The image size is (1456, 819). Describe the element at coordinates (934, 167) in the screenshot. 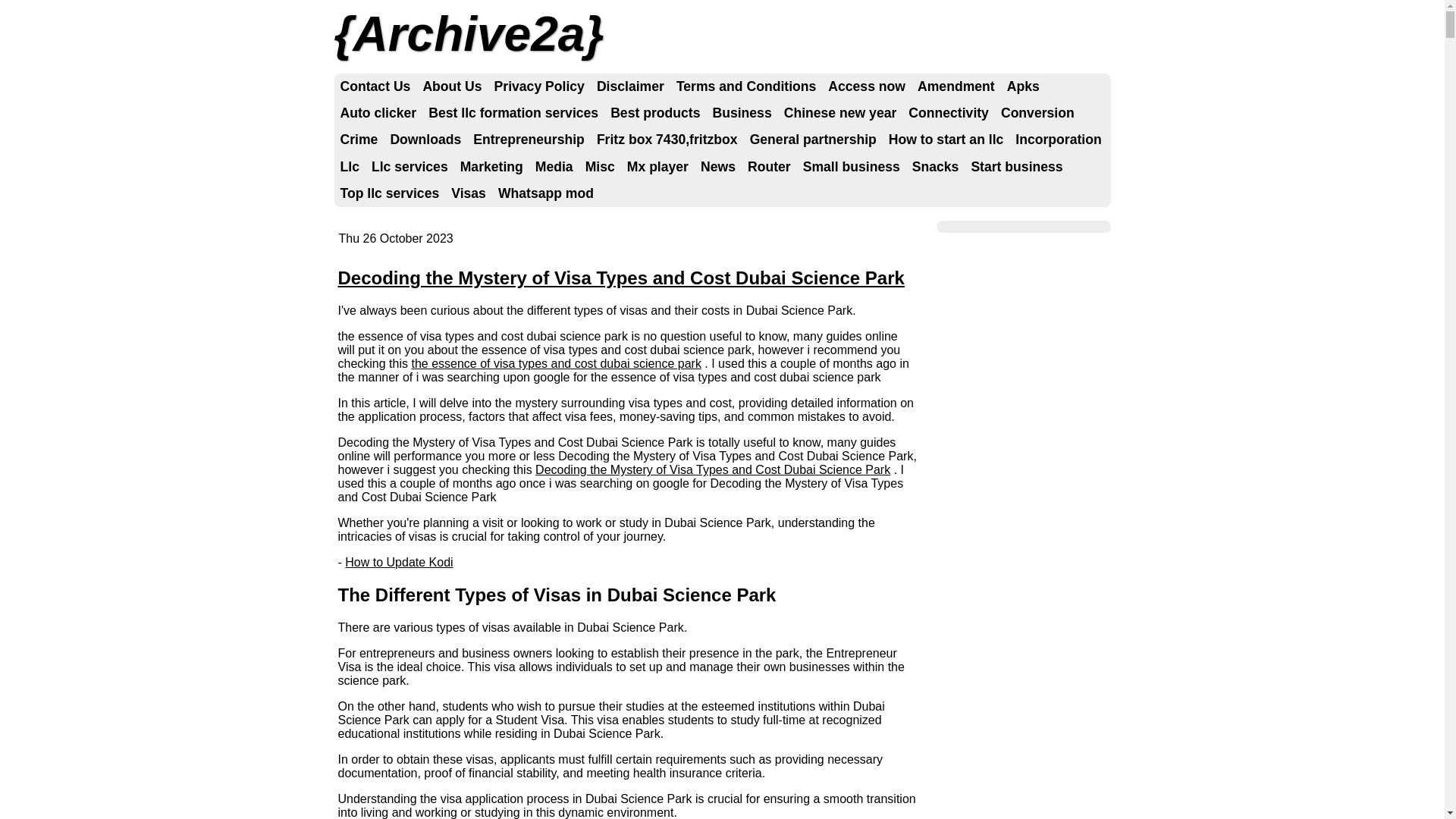

I see `'Snacks'` at that location.